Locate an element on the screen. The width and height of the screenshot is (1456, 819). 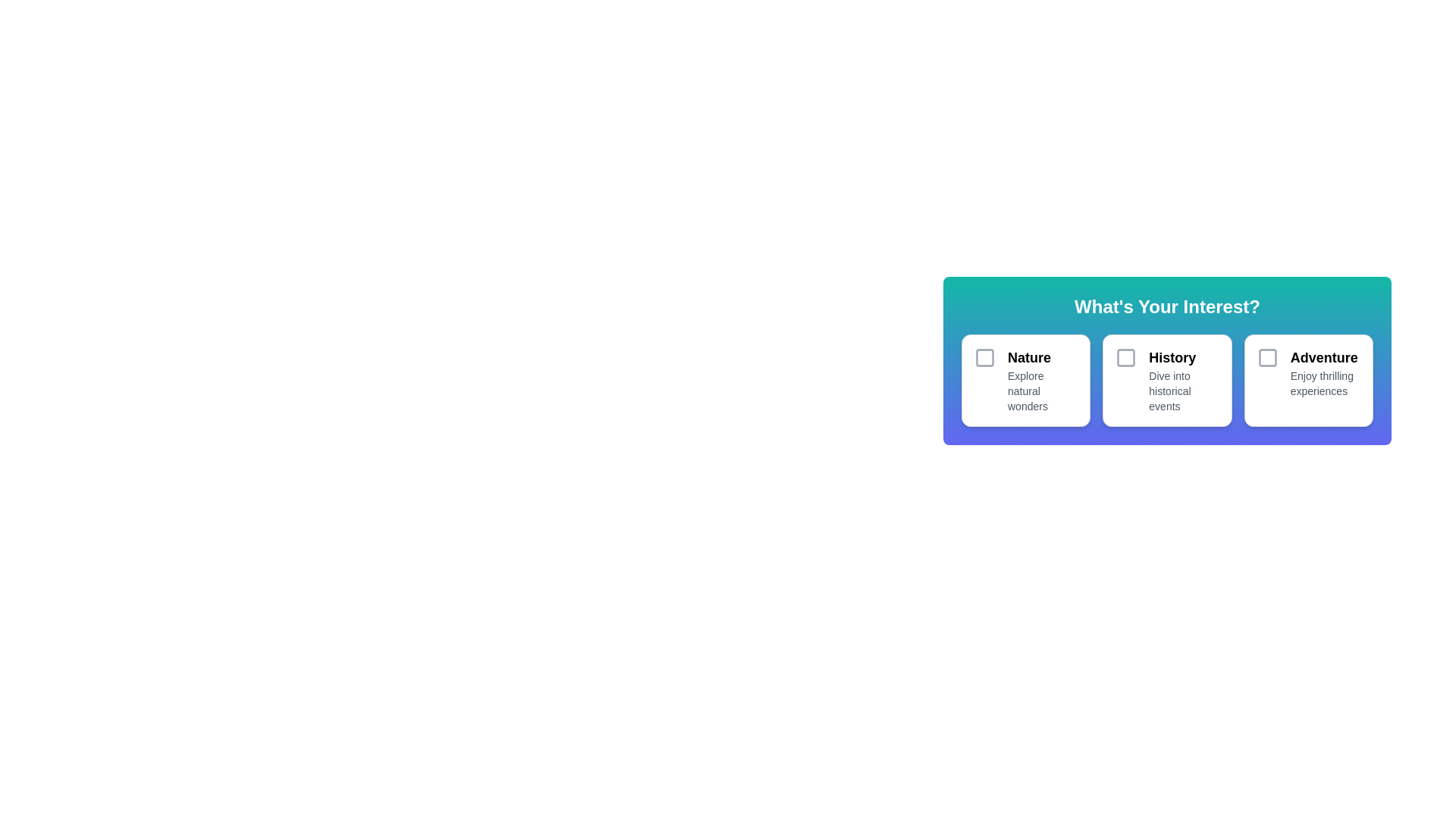
the checkboxes for 'Nature', 'History', and 'Adventure' options under the heading 'What's Your Interest?' is located at coordinates (1166, 360).